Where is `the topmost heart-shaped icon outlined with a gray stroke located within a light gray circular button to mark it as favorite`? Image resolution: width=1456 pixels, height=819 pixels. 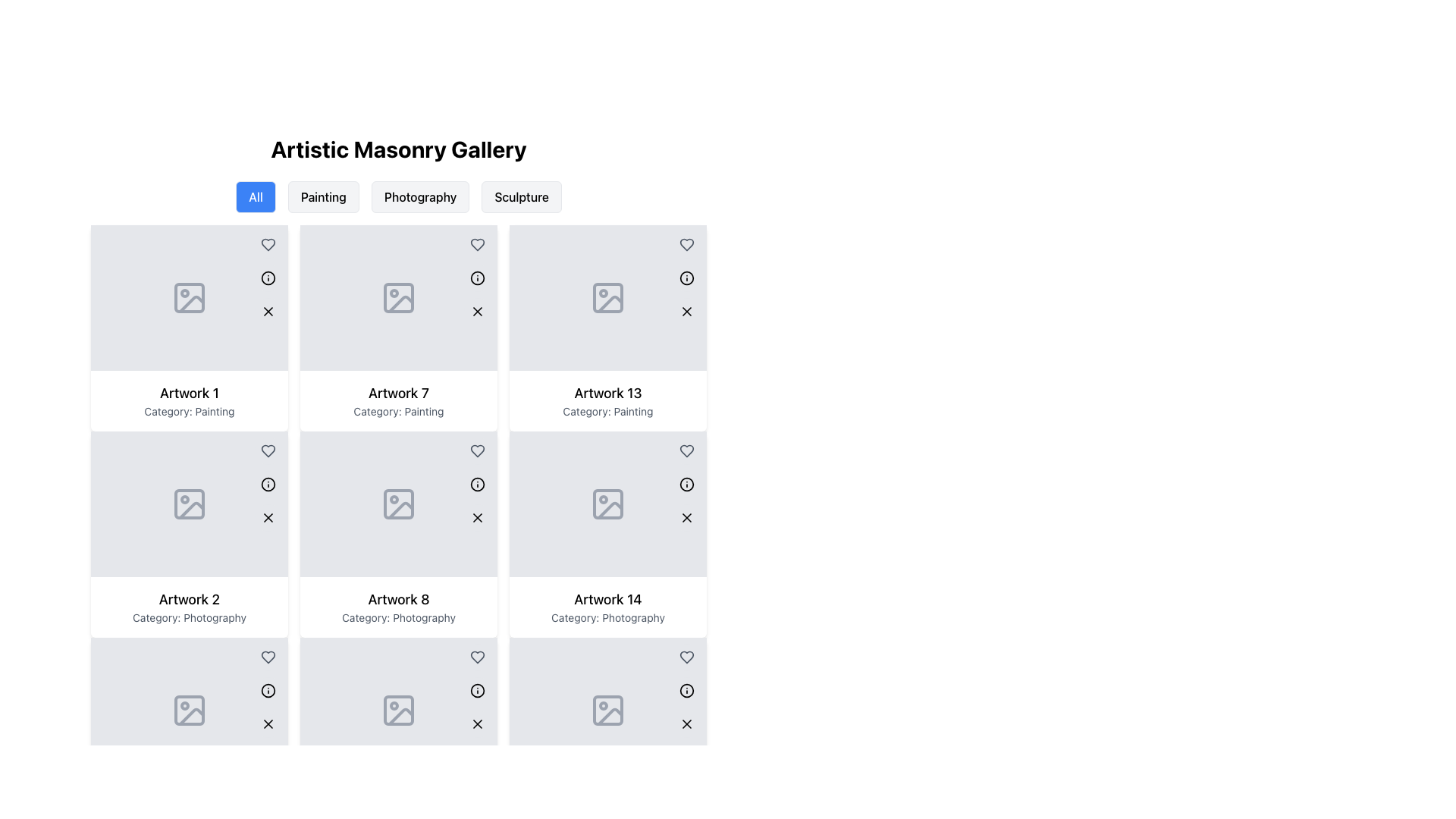 the topmost heart-shaped icon outlined with a gray stroke located within a light gray circular button to mark it as favorite is located at coordinates (268, 244).